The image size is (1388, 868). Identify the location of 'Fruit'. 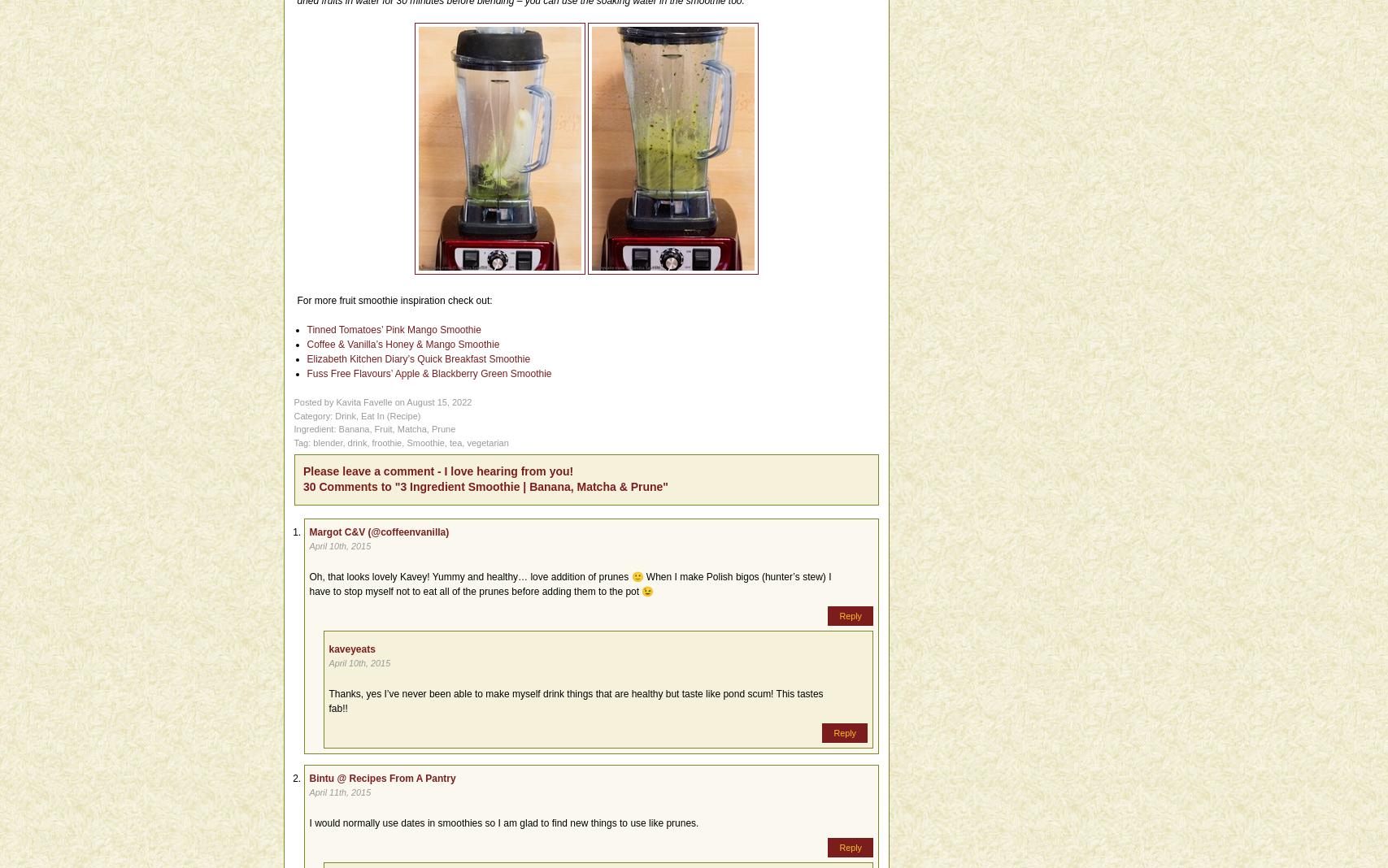
(382, 429).